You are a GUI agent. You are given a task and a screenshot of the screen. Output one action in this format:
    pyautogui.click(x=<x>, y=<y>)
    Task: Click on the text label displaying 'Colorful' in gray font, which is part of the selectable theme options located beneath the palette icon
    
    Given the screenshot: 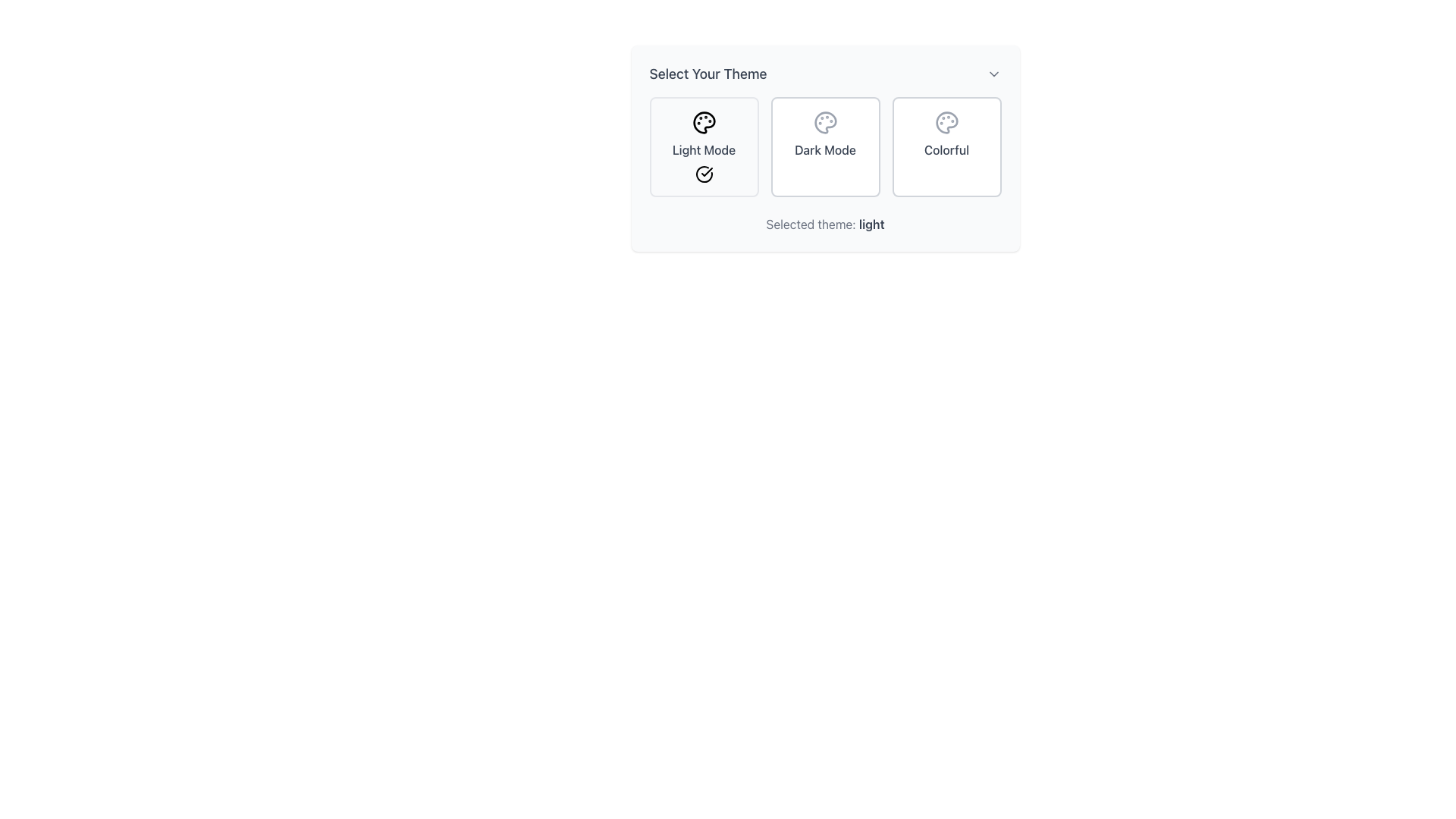 What is the action you would take?
    pyautogui.click(x=946, y=149)
    